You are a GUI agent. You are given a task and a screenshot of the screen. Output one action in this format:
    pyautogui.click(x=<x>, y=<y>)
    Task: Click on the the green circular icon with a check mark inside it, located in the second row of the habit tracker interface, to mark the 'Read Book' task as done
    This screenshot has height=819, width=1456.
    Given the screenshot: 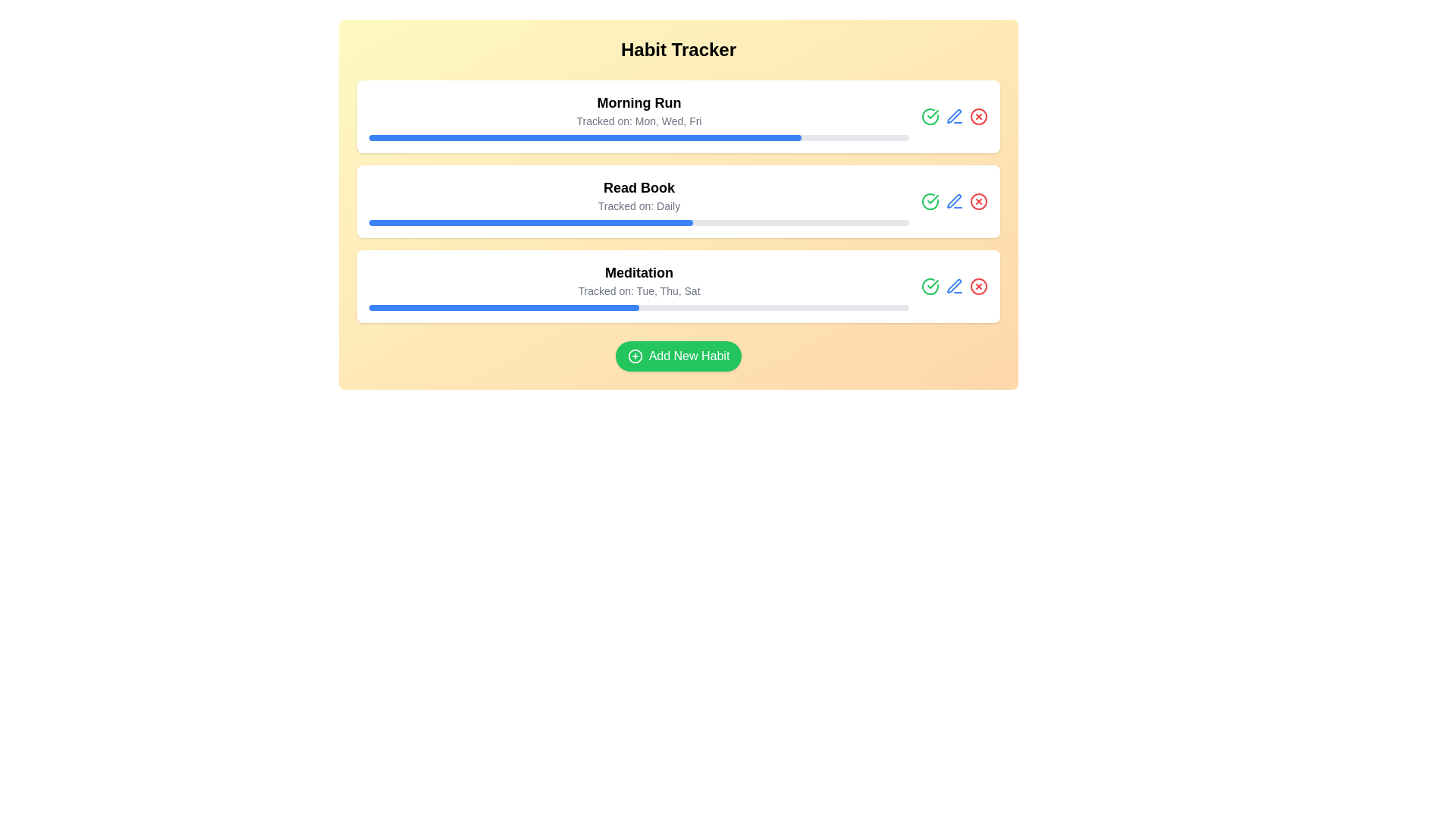 What is the action you would take?
    pyautogui.click(x=930, y=116)
    